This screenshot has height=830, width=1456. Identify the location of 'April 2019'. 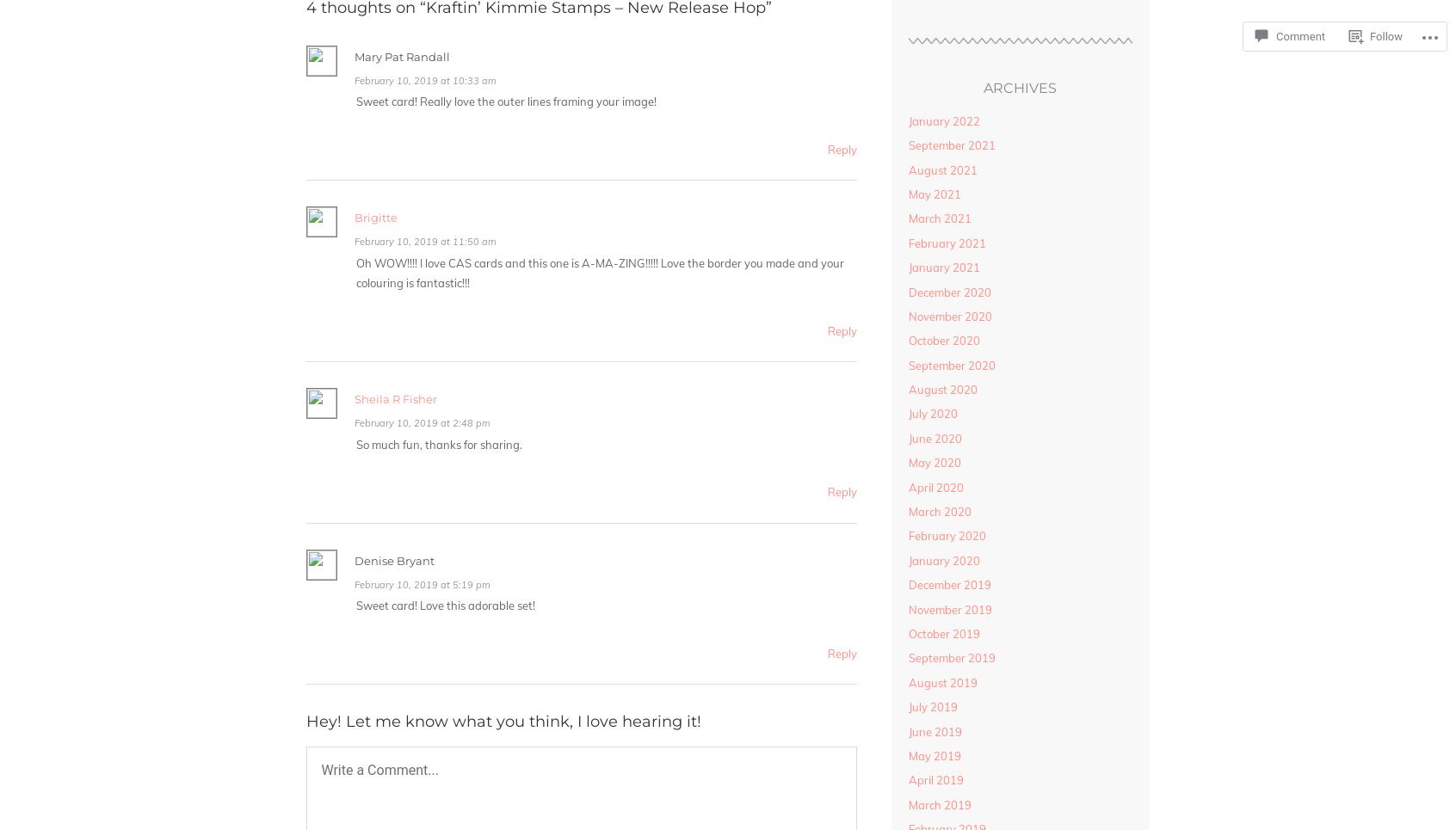
(935, 779).